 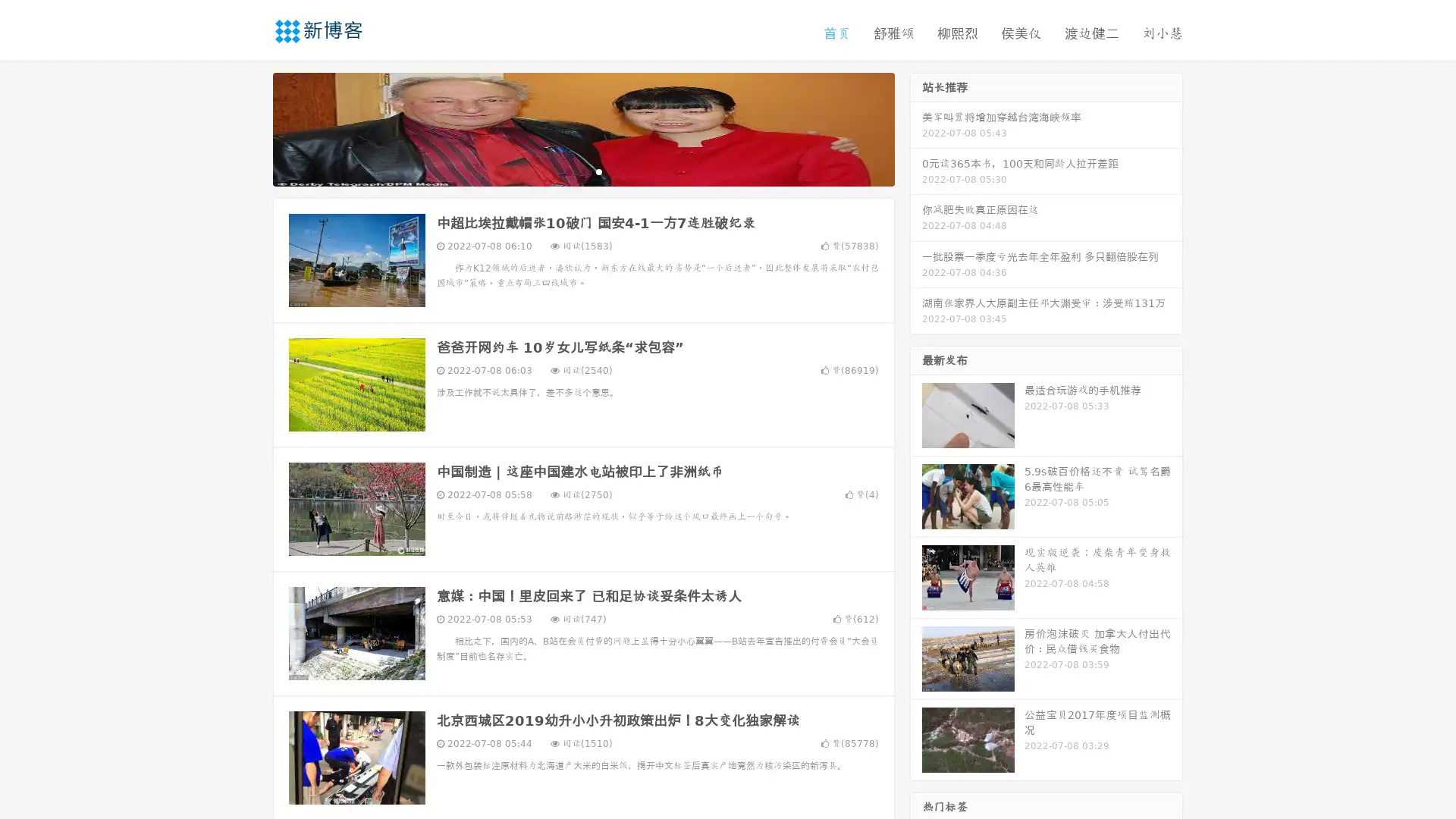 I want to click on Go to slide 2, so click(x=582, y=171).